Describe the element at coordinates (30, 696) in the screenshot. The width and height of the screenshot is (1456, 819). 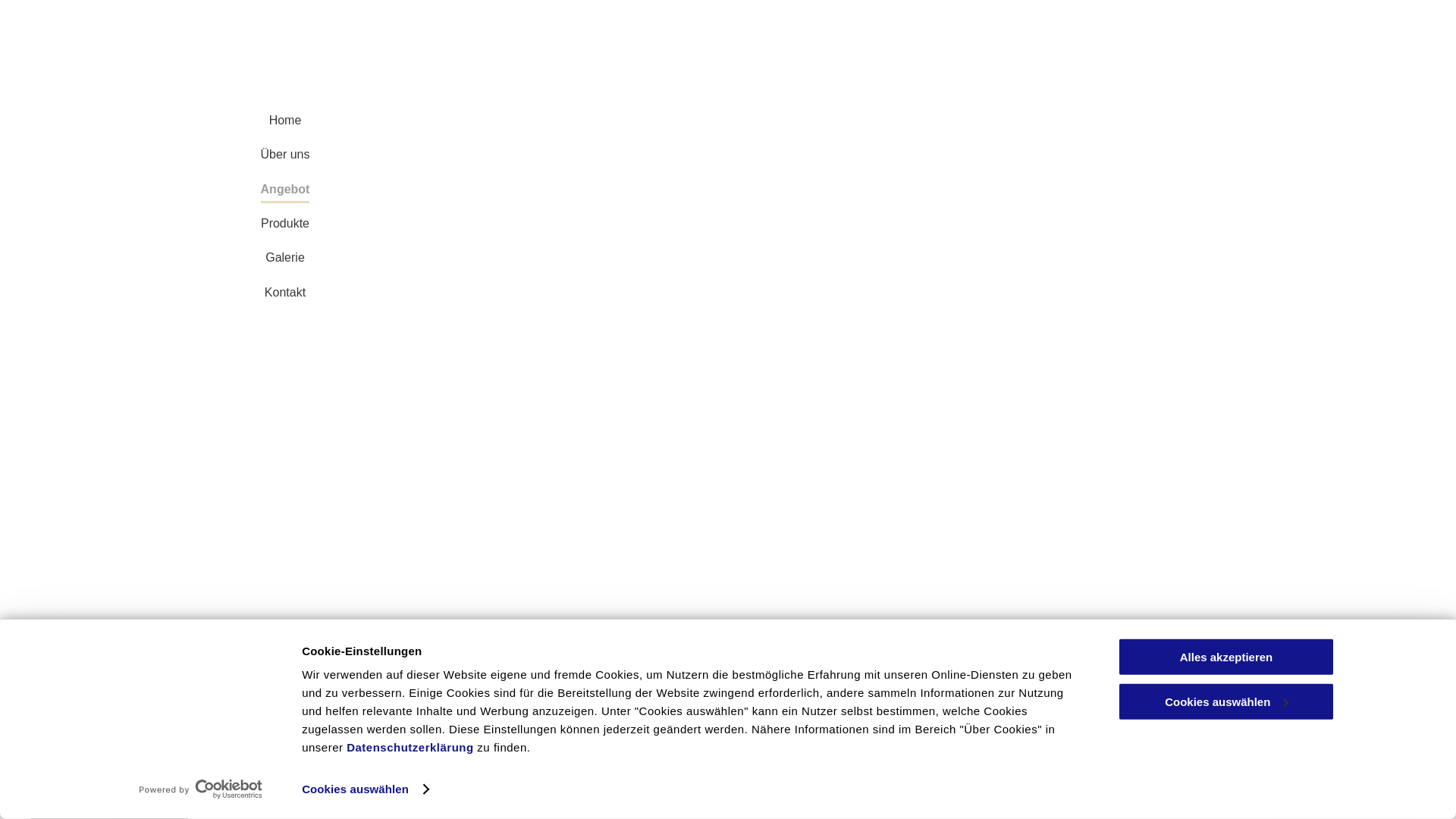
I see `'Coiffure Elsbeth Meier'` at that location.